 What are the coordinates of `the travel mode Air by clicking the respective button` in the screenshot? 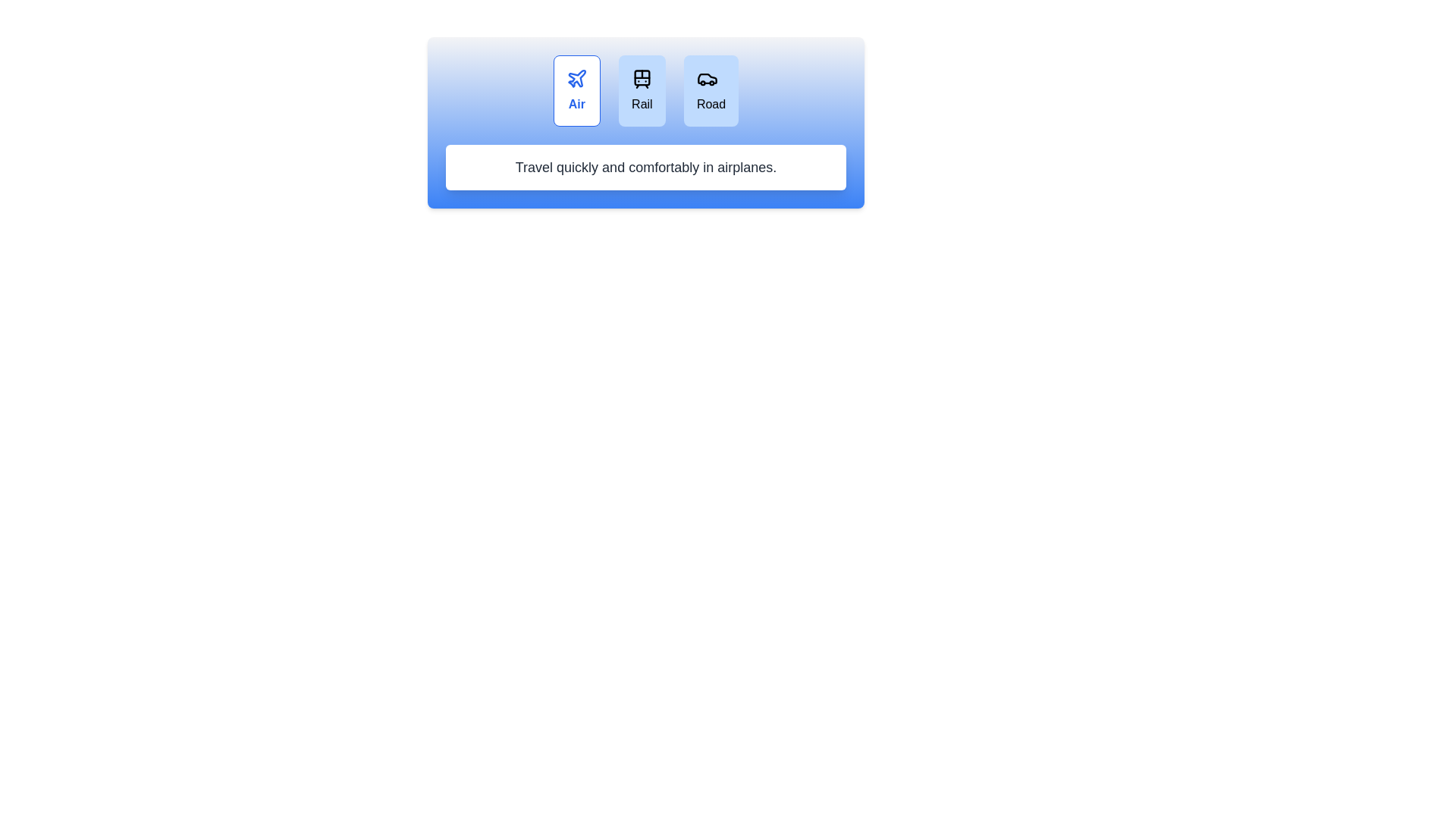 It's located at (576, 90).